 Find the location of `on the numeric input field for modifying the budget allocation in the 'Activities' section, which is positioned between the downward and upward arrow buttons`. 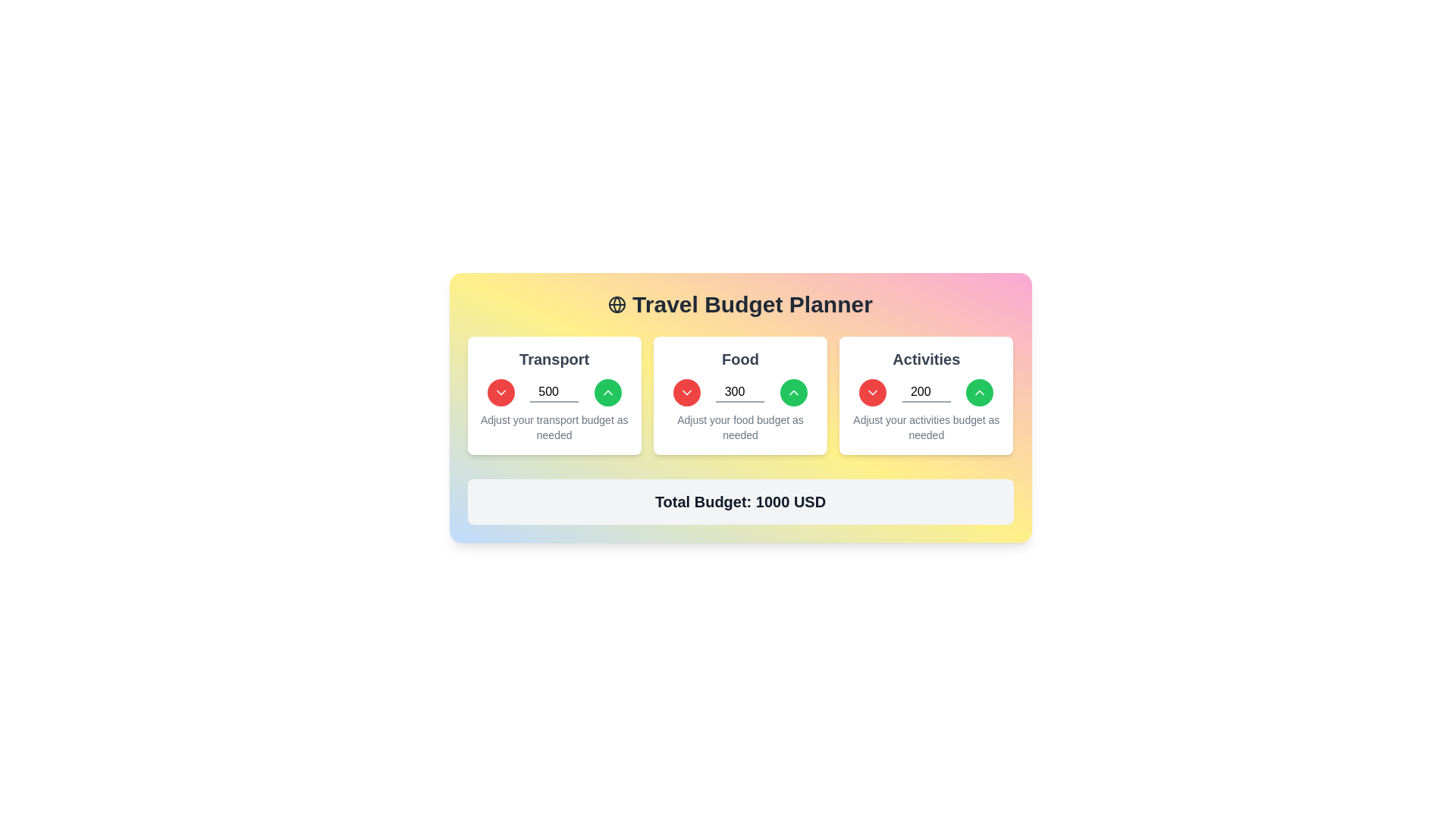

on the numeric input field for modifying the budget allocation in the 'Activities' section, which is positioned between the downward and upward arrow buttons is located at coordinates (925, 391).